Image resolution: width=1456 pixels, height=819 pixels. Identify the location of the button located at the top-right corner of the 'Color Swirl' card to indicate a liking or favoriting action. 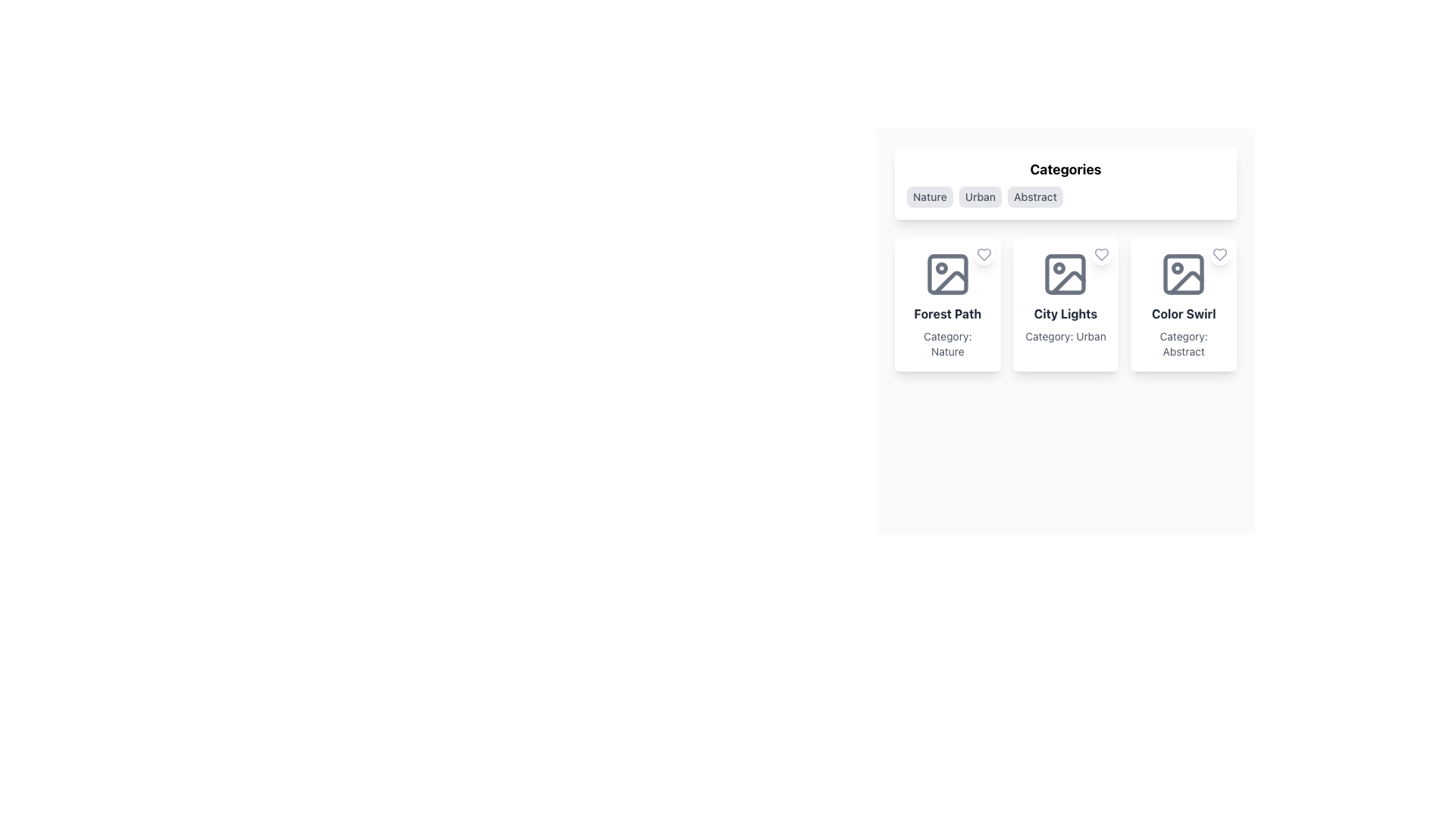
(1219, 253).